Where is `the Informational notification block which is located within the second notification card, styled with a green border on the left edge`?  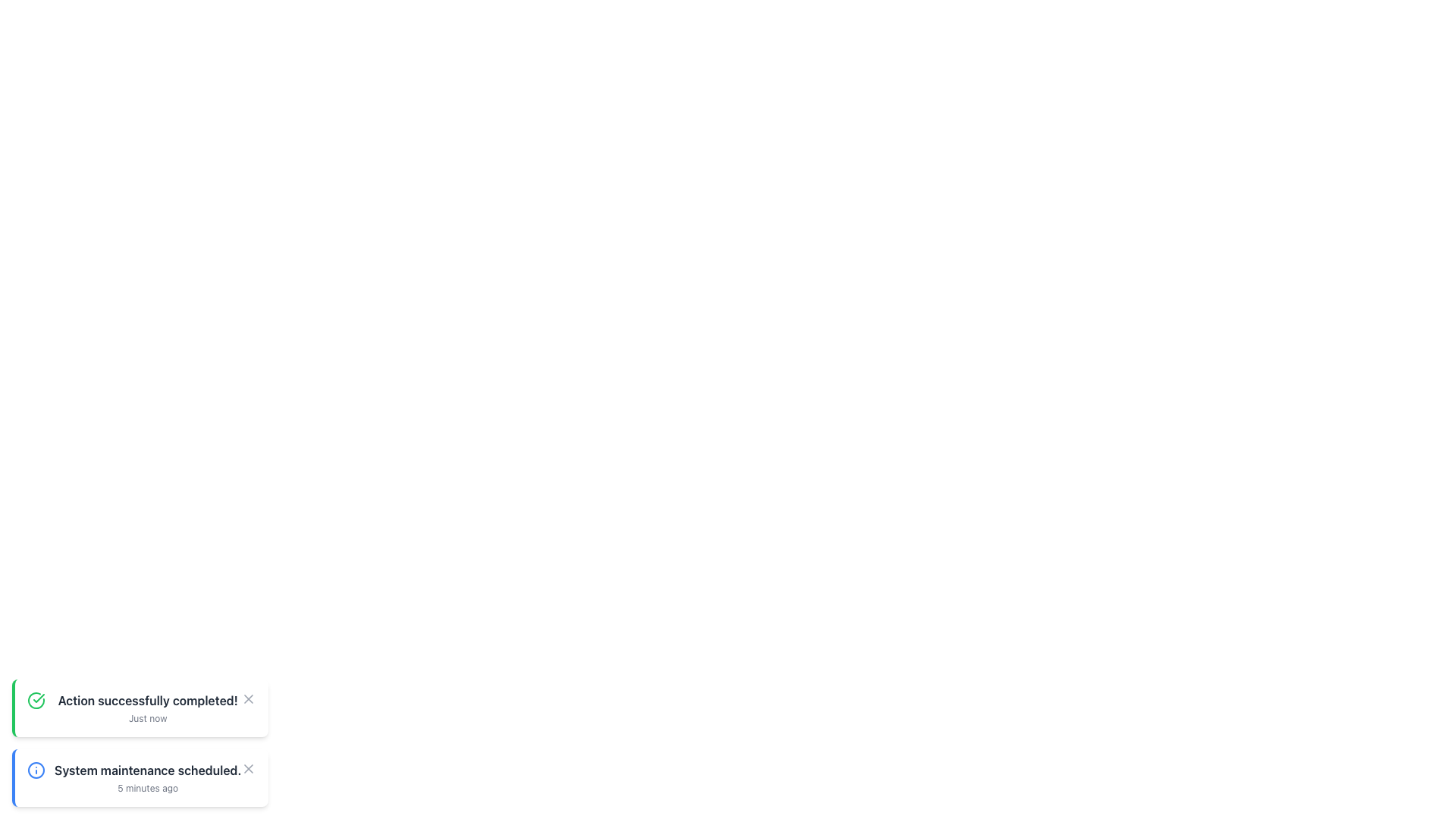 the Informational notification block which is located within the second notification card, styled with a green border on the left edge is located at coordinates (148, 708).